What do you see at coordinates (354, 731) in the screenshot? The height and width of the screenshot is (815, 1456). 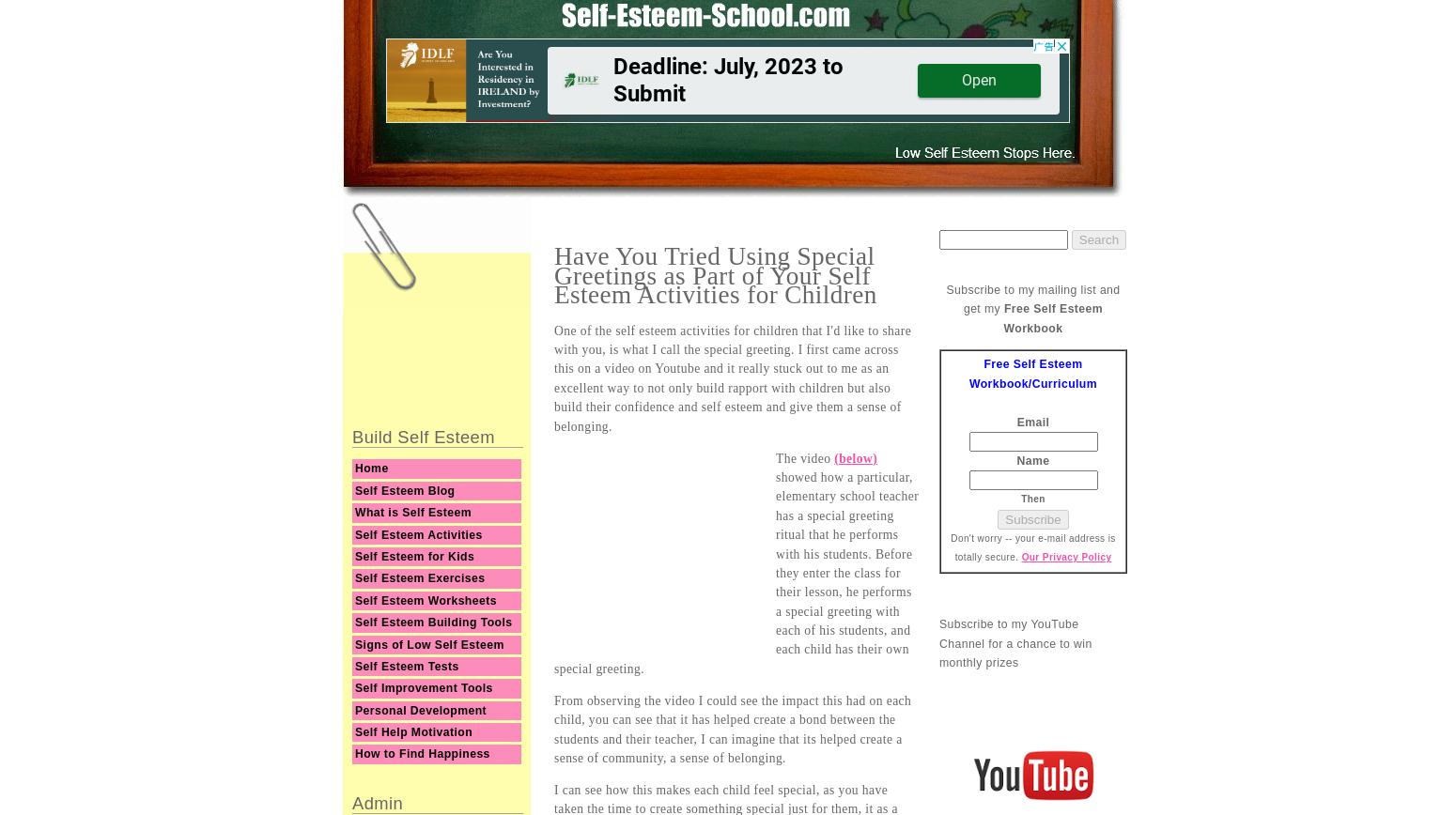 I see `'Self Help Motivation'` at bounding box center [354, 731].